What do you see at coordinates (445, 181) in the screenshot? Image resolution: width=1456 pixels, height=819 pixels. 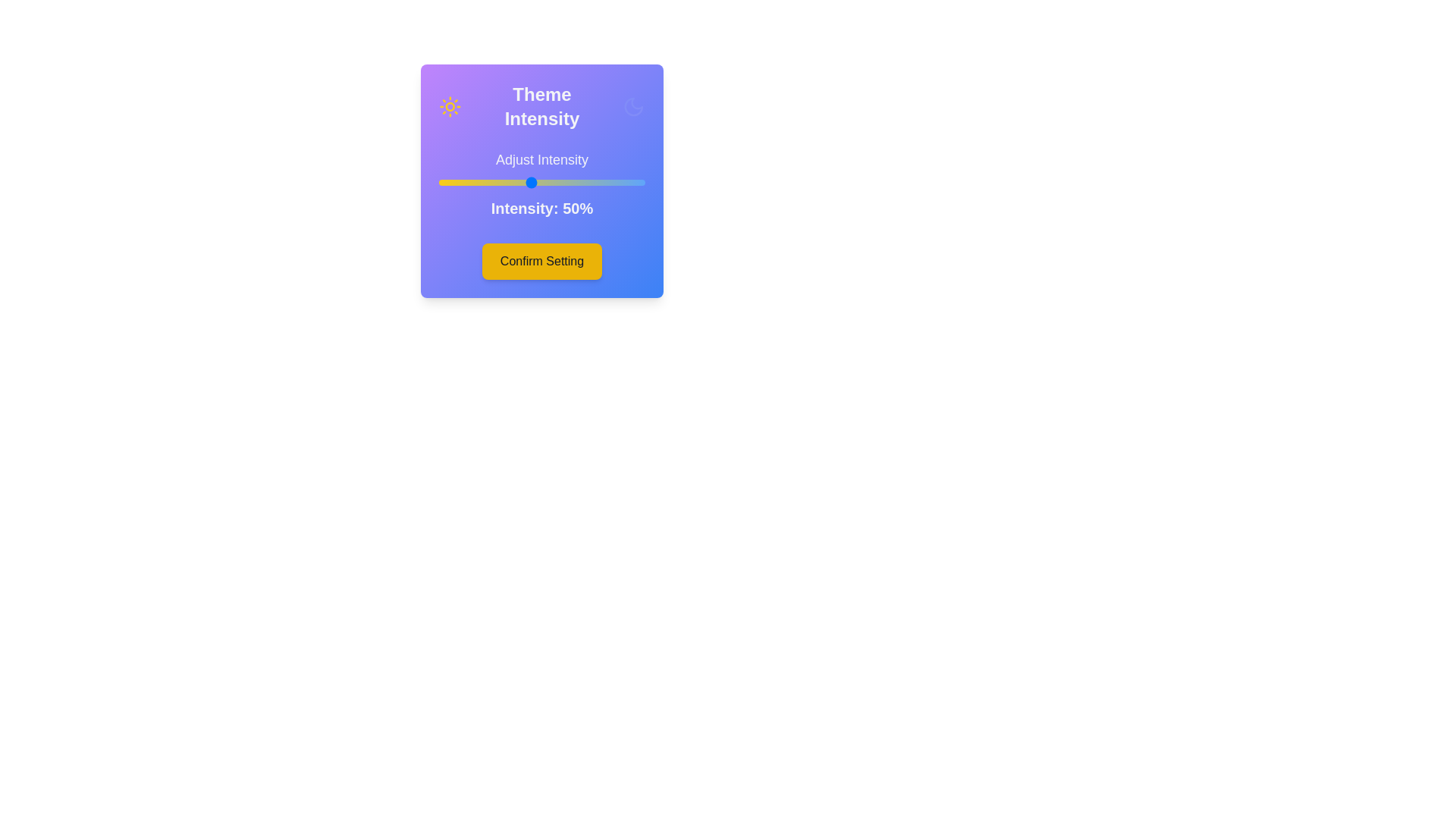 I see `the intensity slider to 13%` at bounding box center [445, 181].